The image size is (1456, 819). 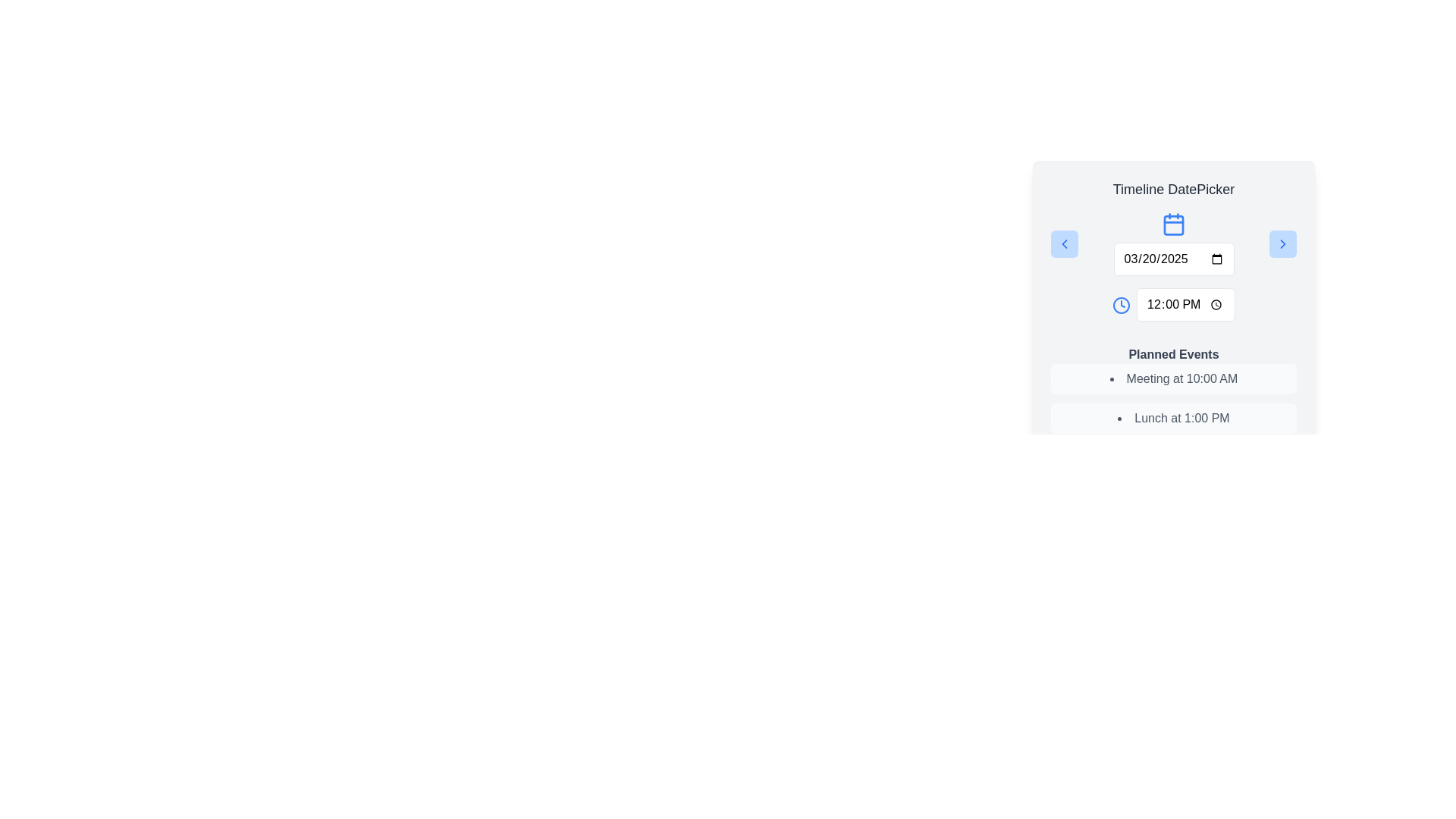 I want to click on the chevron icon embedded in the blue-shaded circular button, located towards the top right of the date picker interface, so click(x=1282, y=243).